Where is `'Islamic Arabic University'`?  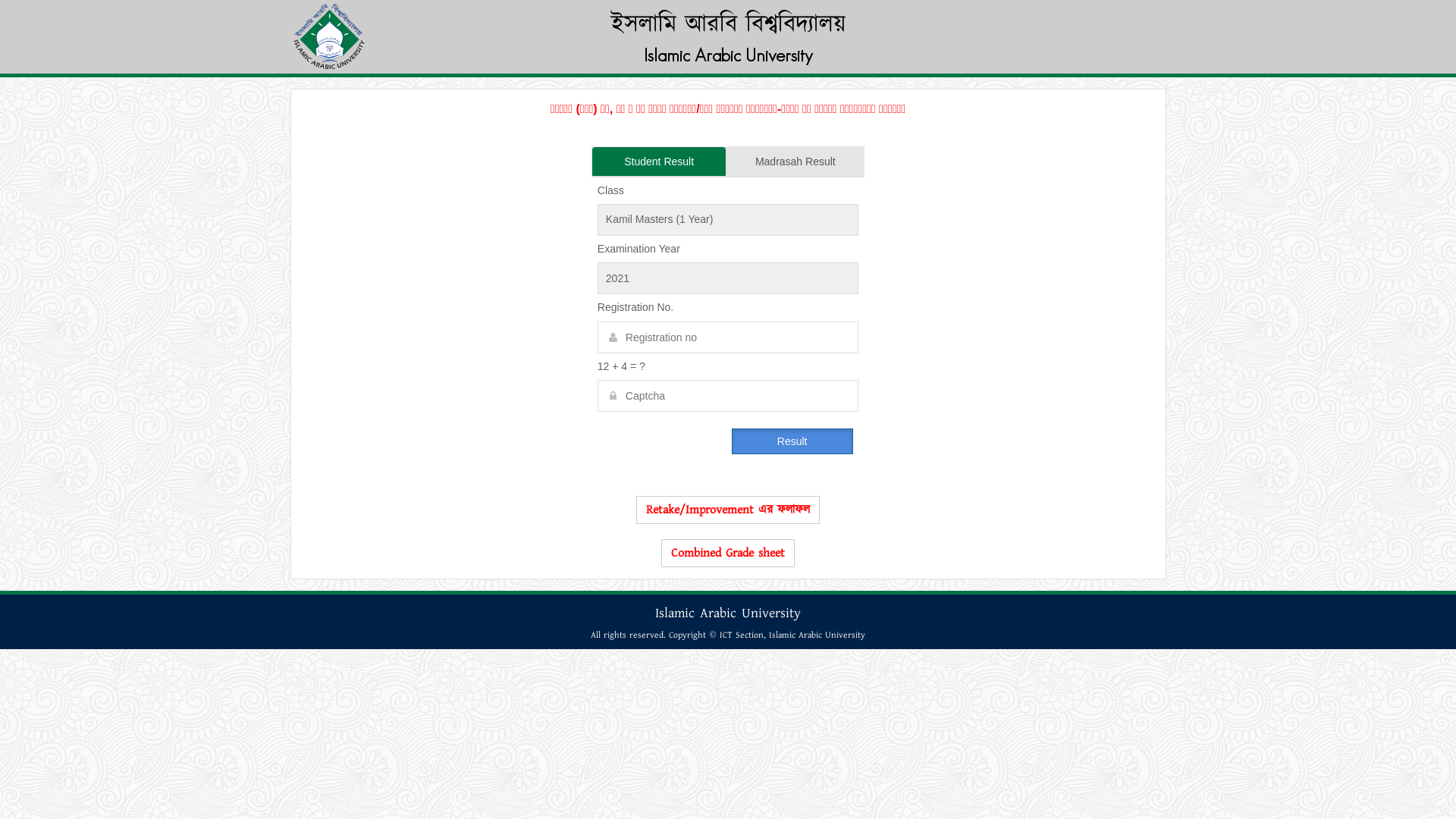 'Islamic Arabic University' is located at coordinates (726, 54).